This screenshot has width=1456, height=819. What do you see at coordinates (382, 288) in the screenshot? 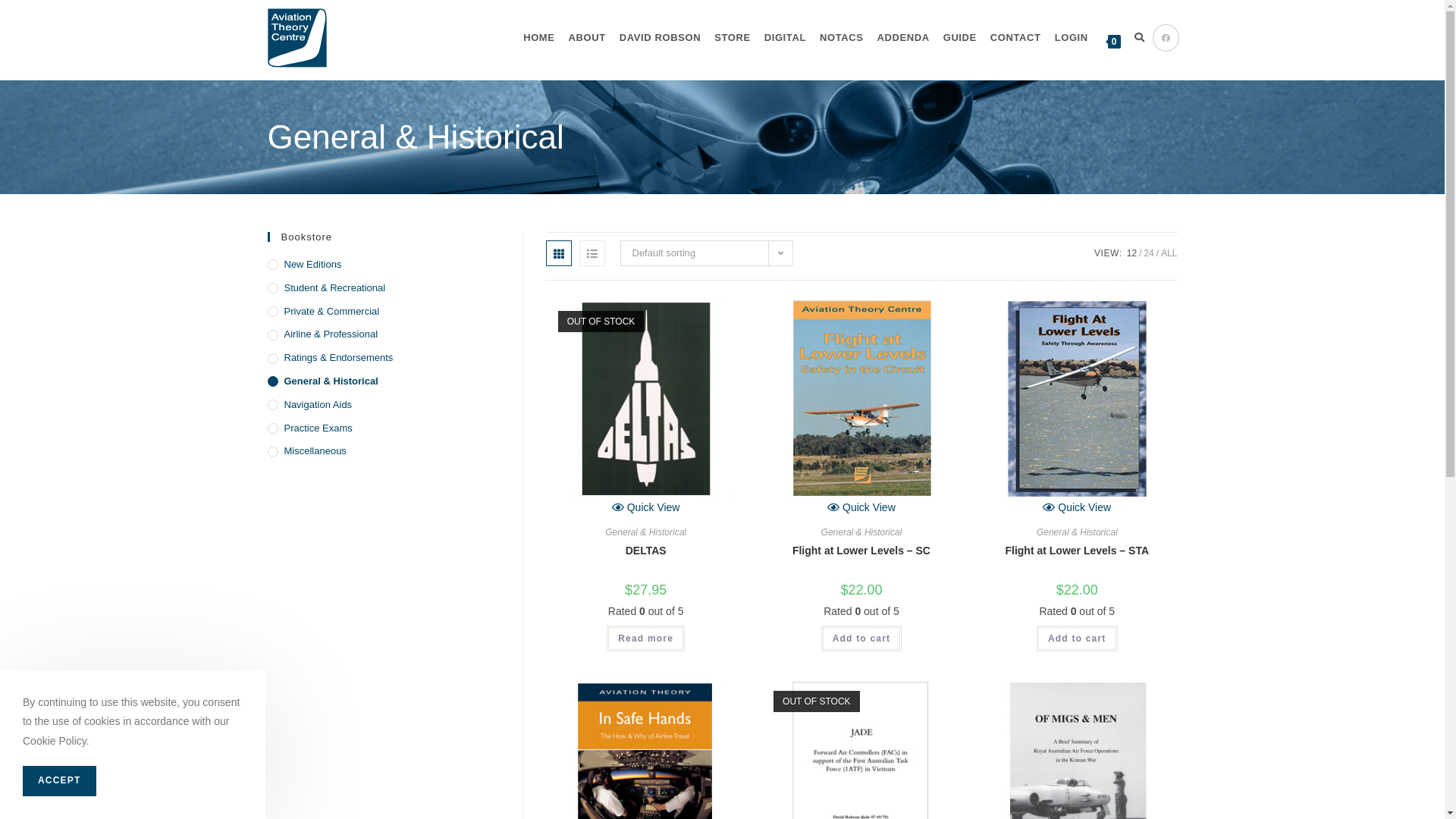
I see `'Student & Recreational'` at bounding box center [382, 288].